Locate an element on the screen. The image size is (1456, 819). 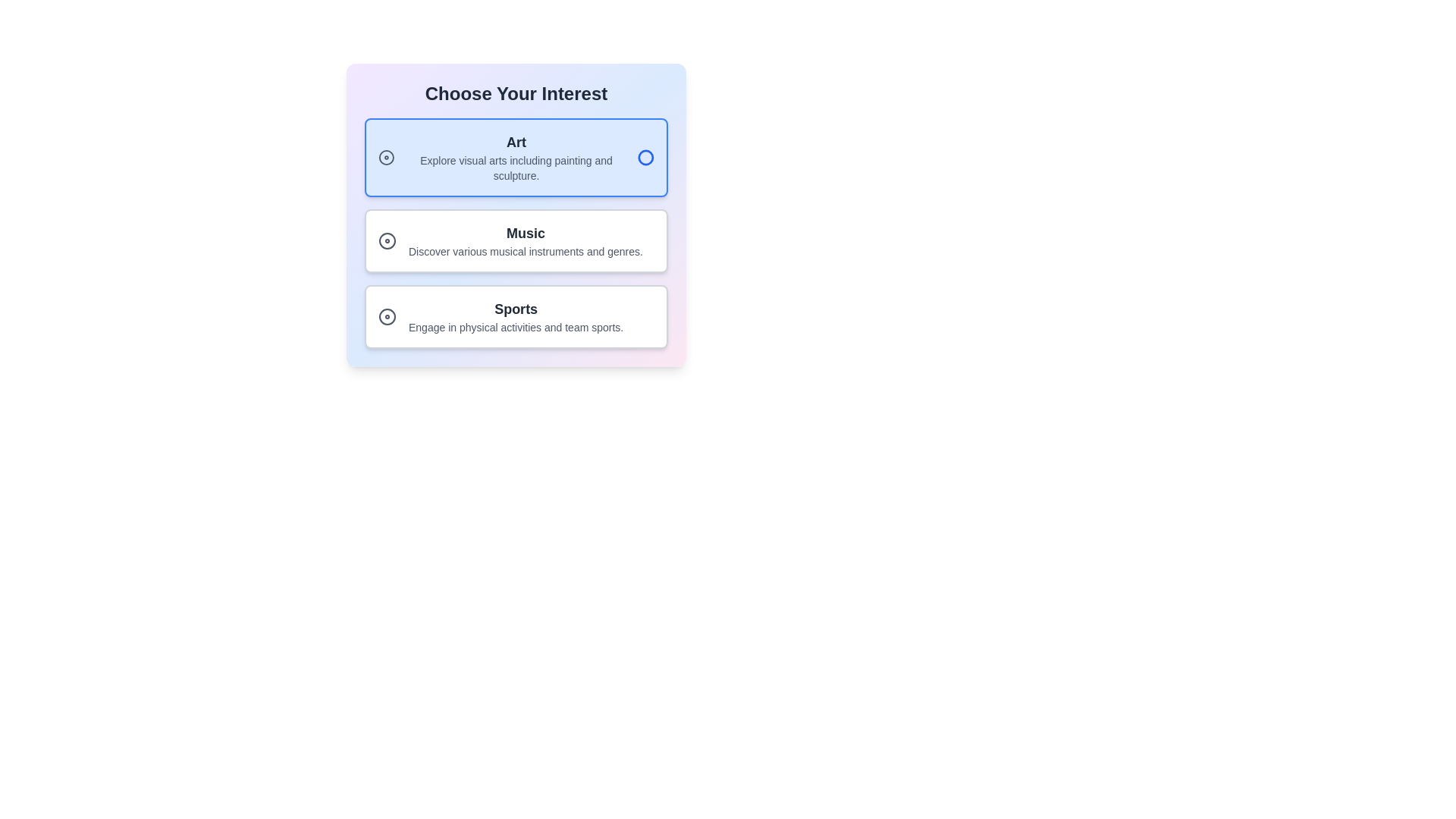
the first selectable card in the list is located at coordinates (516, 158).